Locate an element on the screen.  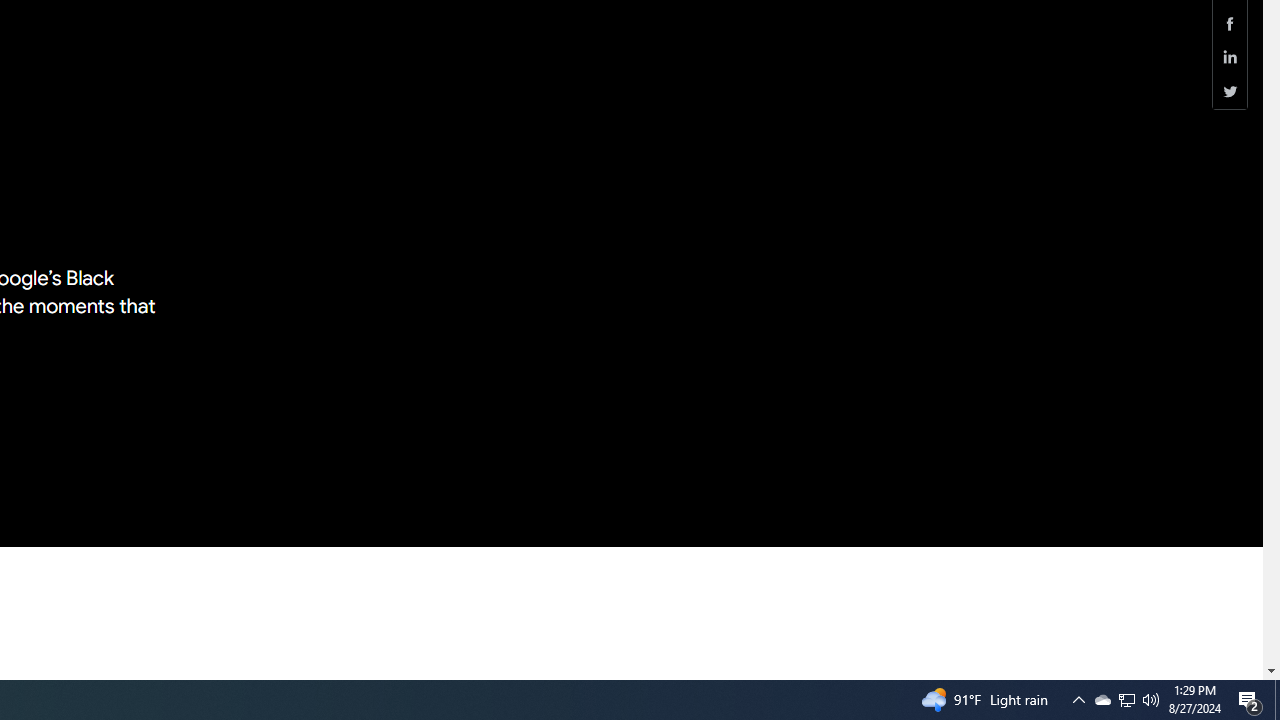
'Share this page (LinkedIn)' is located at coordinates (1229, 56).